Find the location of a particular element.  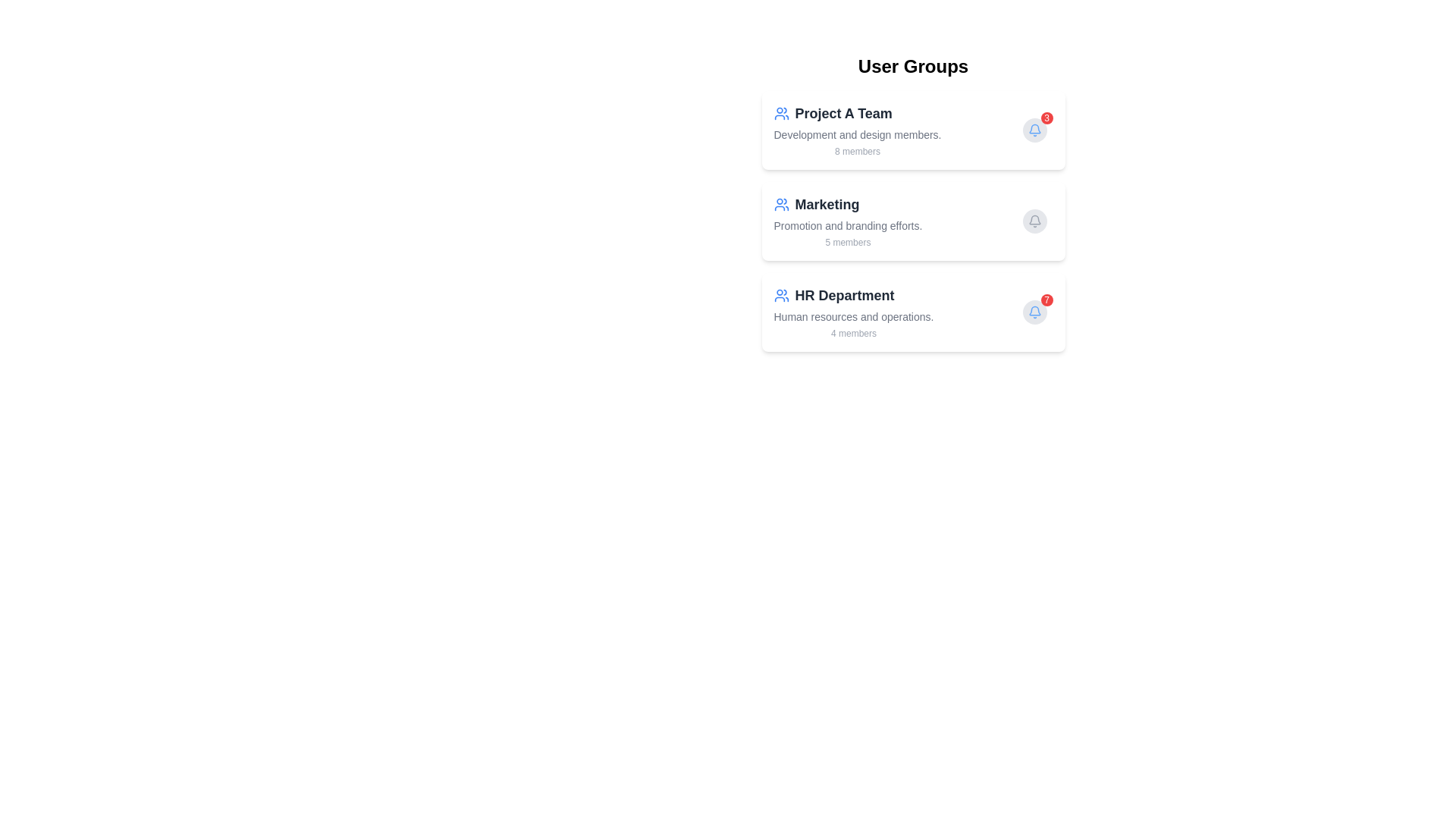

the notification icon of the group HR Department to view its details is located at coordinates (1034, 312).